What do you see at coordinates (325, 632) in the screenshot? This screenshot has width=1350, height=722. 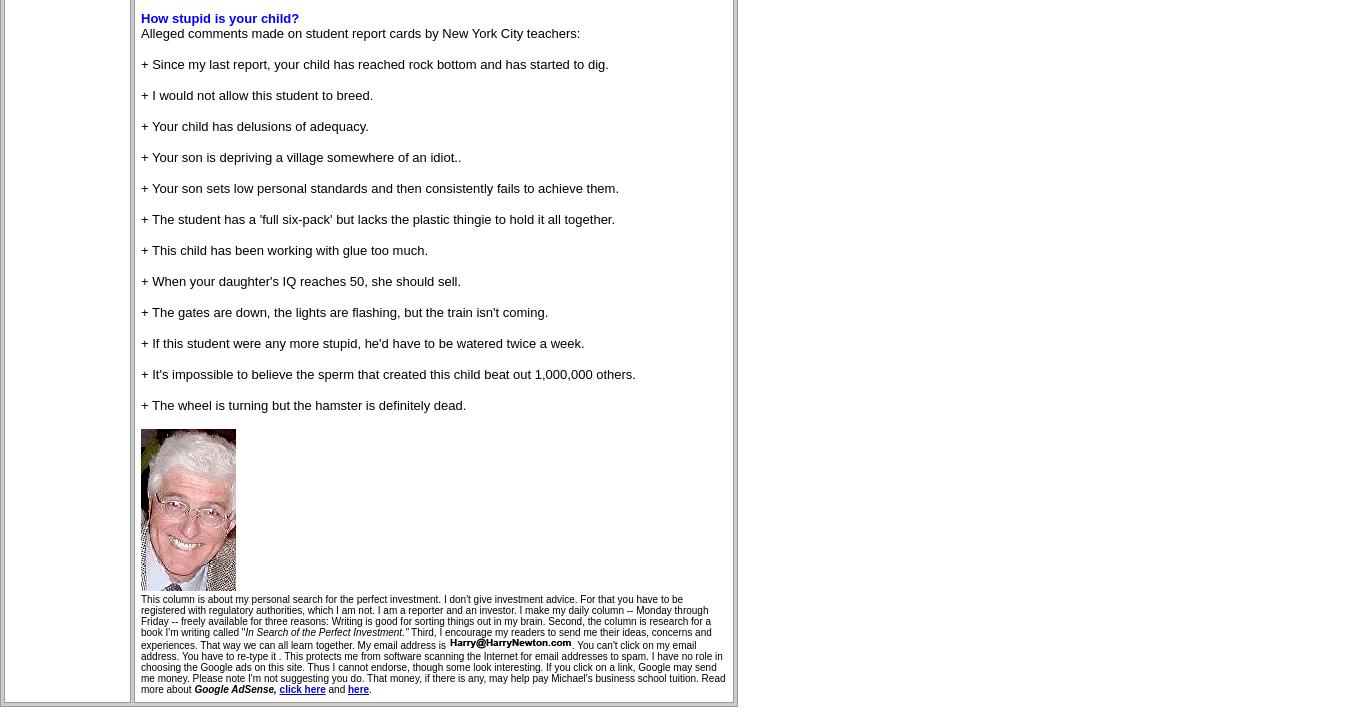 I see `'In Search of the 
  Perfect Investment."'` at bounding box center [325, 632].